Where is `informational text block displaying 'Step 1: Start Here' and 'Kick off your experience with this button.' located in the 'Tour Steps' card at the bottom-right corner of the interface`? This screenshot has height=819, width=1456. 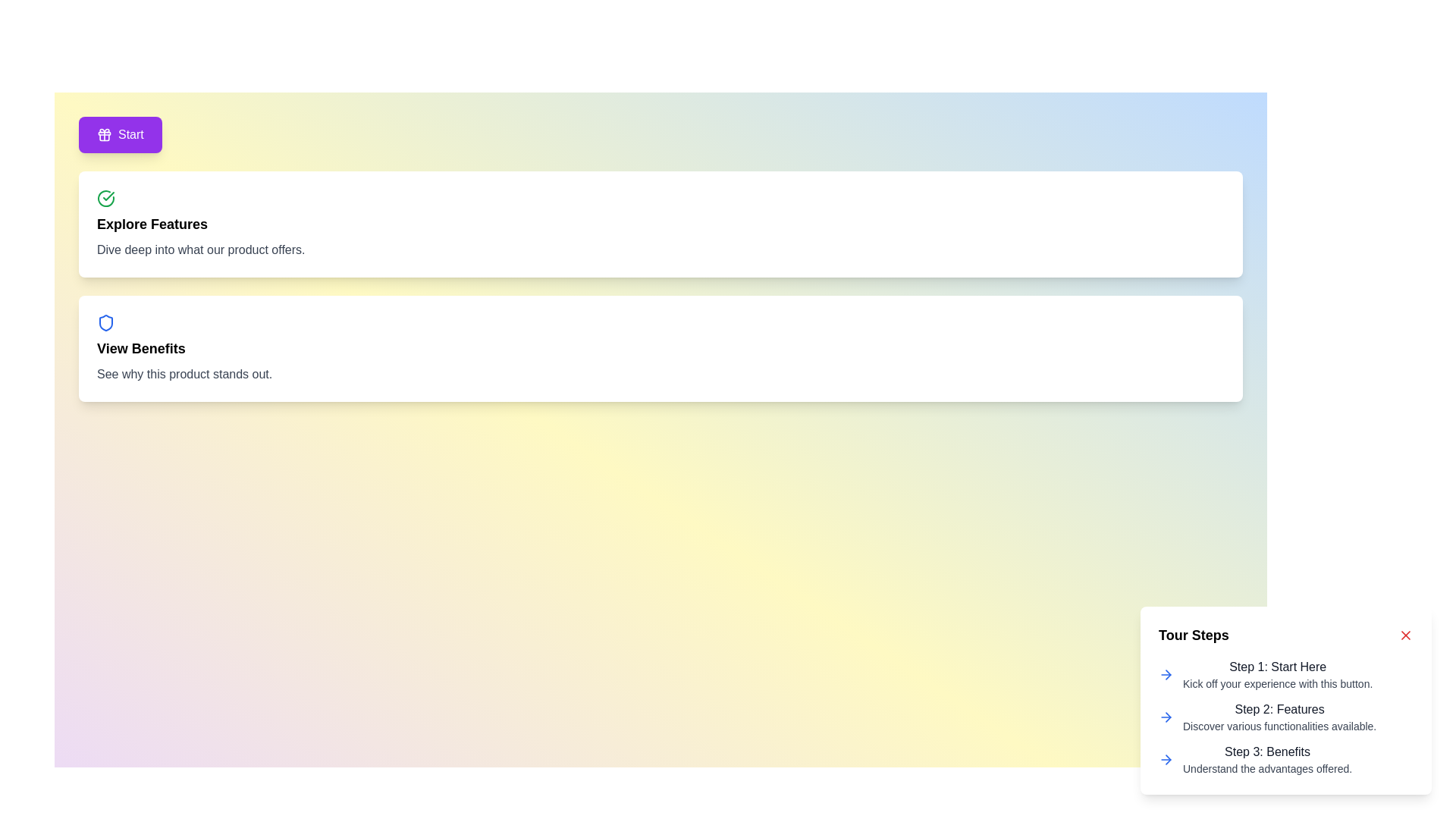 informational text block displaying 'Step 1: Start Here' and 'Kick off your experience with this button.' located in the 'Tour Steps' card at the bottom-right corner of the interface is located at coordinates (1277, 674).